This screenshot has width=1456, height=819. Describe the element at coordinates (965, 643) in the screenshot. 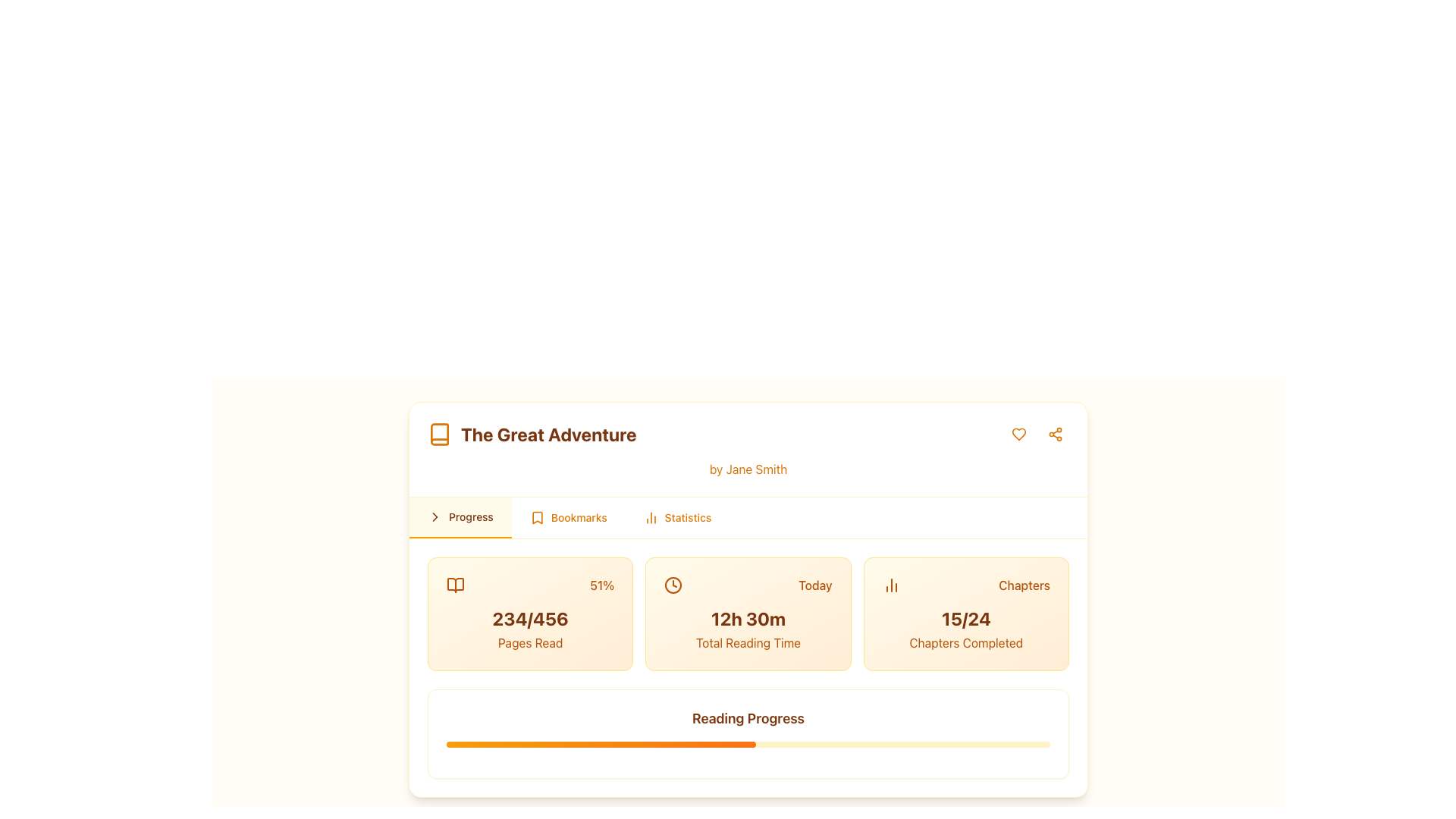

I see `the text label that describes the chapters completed out of the total, located at the bottom center of the card layout below the numeric summary '15/24'` at that location.